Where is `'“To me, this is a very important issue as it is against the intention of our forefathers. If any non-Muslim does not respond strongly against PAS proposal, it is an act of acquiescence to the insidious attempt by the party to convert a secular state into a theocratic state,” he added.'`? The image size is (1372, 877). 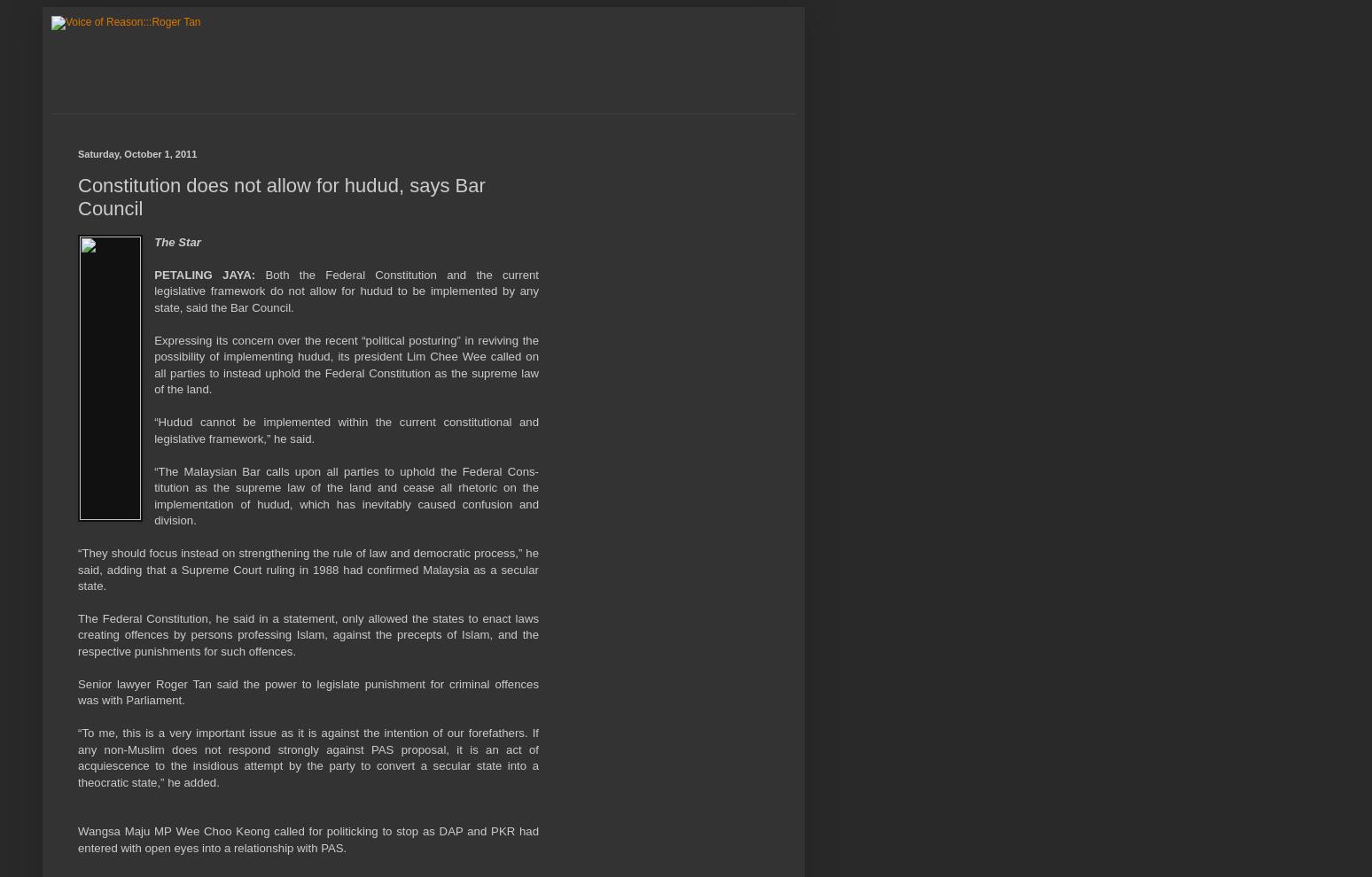 '“To me, this is a very important issue as it is against the intention of our forefathers. If any non-Muslim does not respond strongly against PAS proposal, it is an act of acquiescence to the insidious attempt by the party to convert a secular state into a theocratic state,” he added.' is located at coordinates (308, 757).